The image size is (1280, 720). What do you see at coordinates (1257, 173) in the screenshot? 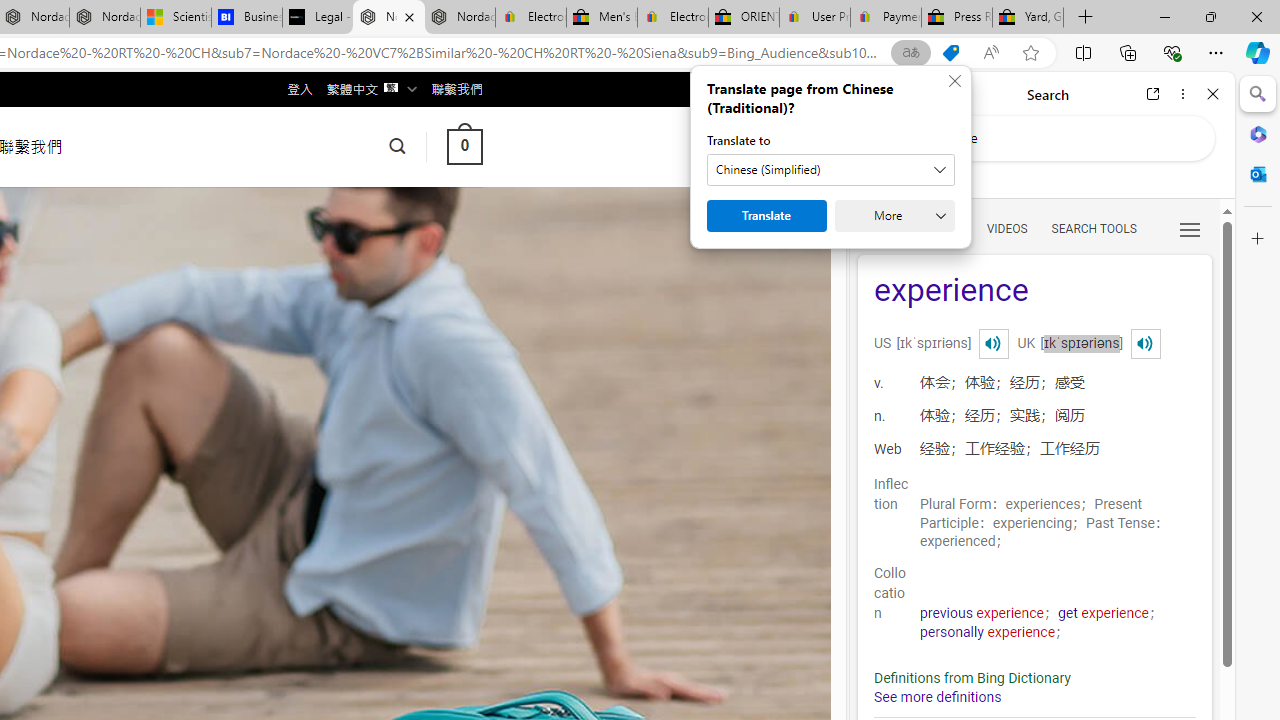
I see `'Outlook'` at bounding box center [1257, 173].